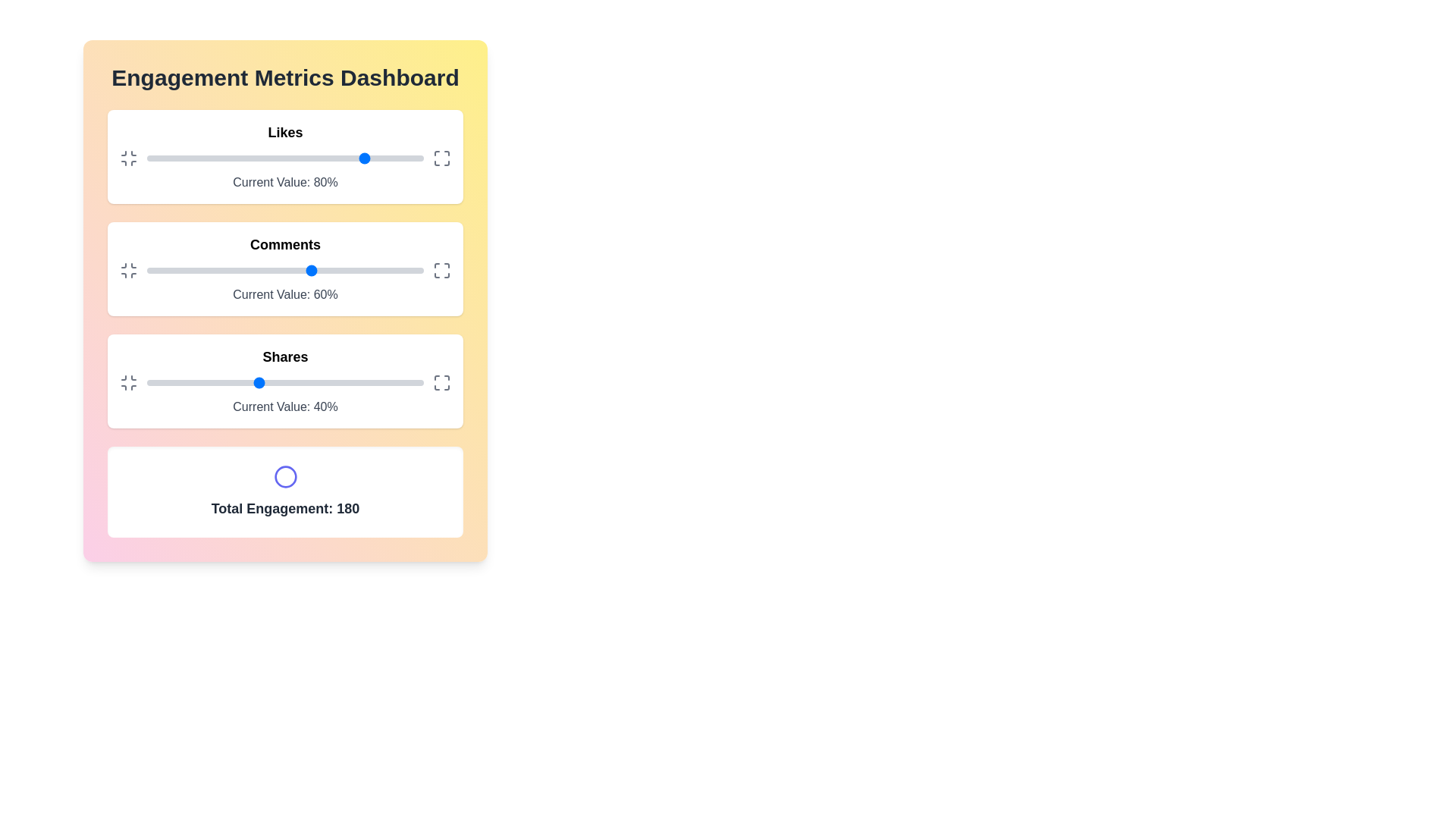  I want to click on comments, so click(274, 270).